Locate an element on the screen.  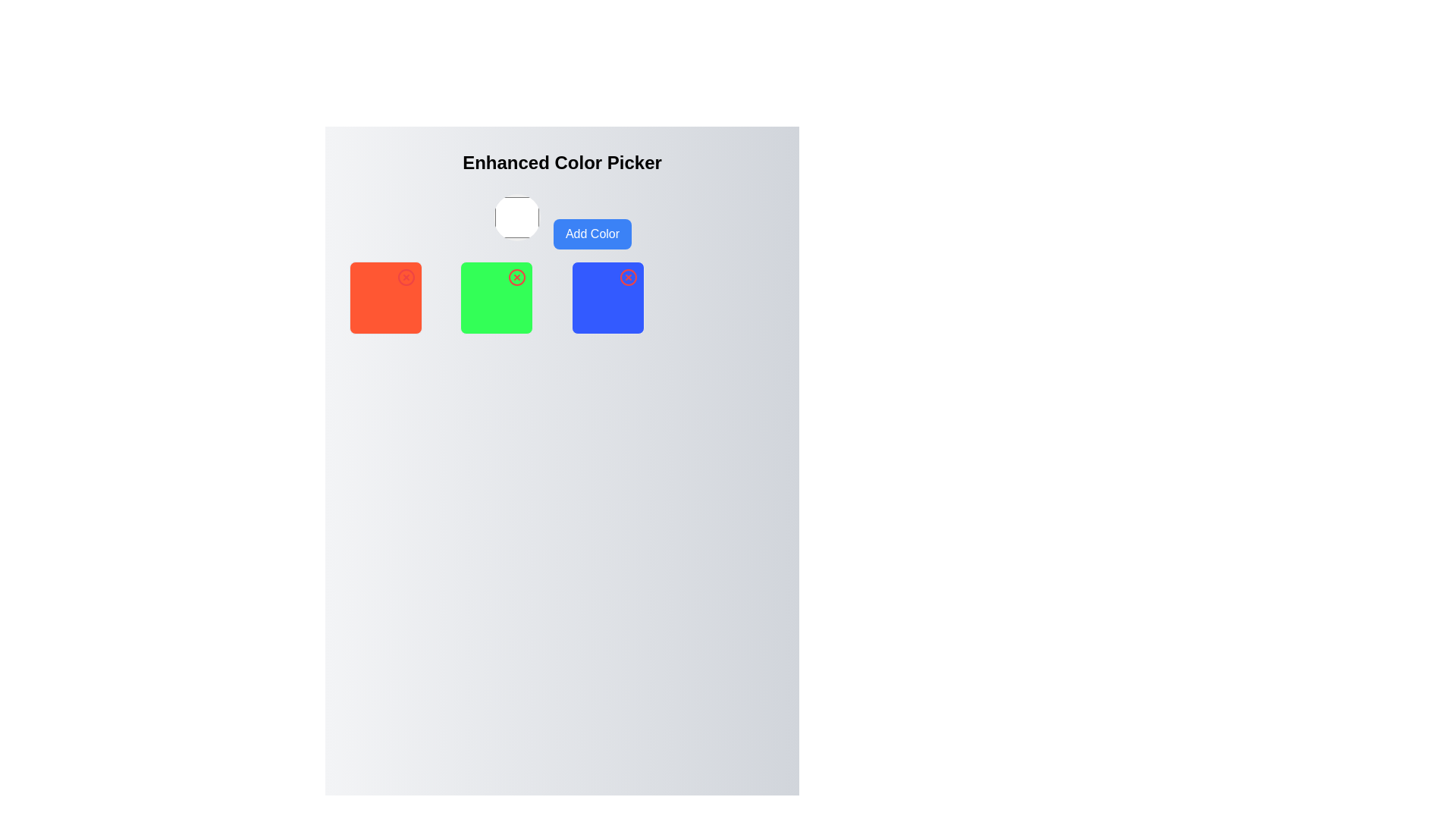
the SVG Circle that is part of the delete icon located at the top-right corner of the green square in the second column of the color picker grid layout is located at coordinates (517, 278).